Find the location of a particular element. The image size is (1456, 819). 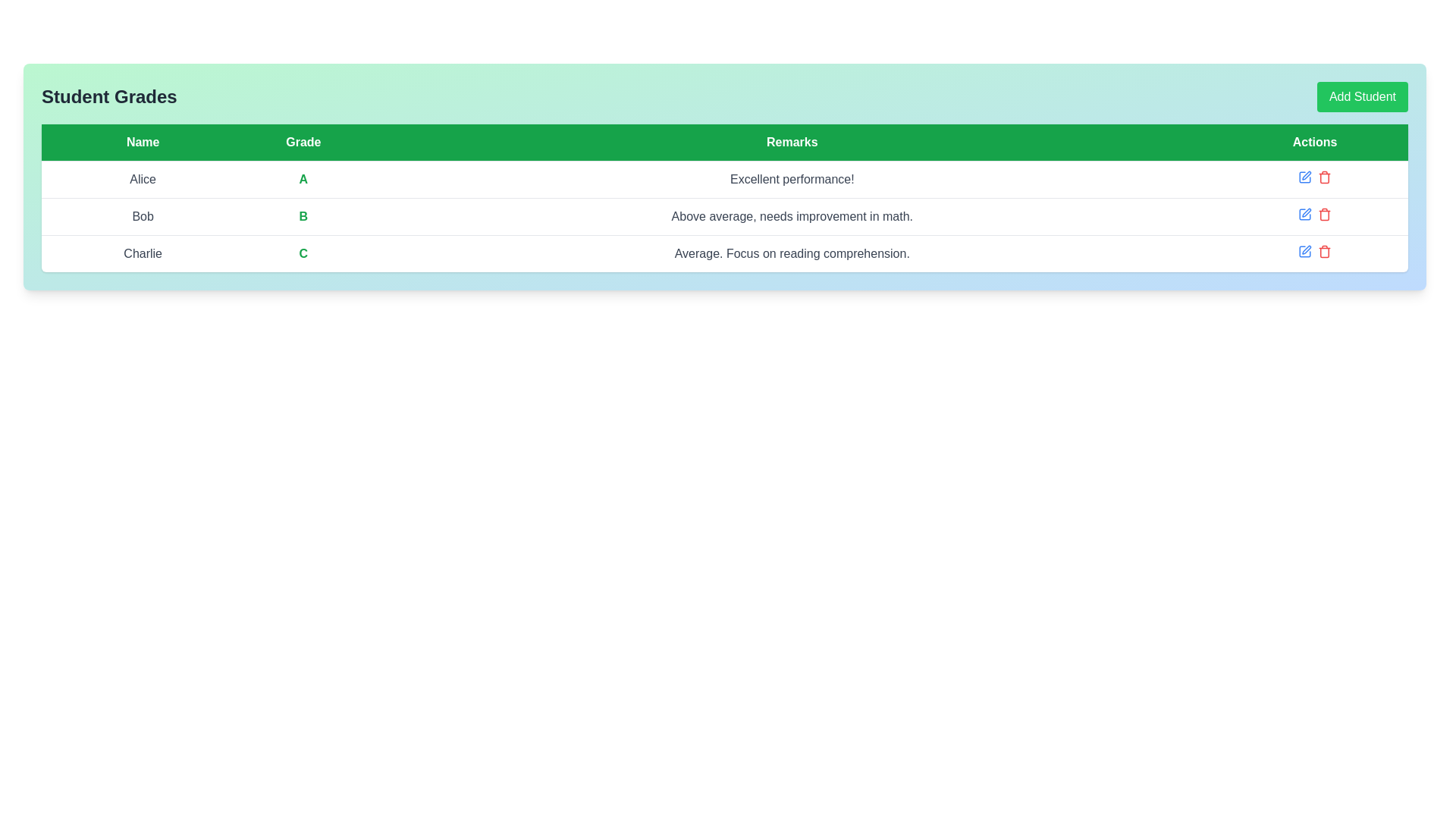

the static text label in the first column of the table header that represents names, positioned to the left of the 'Grade' header is located at coordinates (143, 143).